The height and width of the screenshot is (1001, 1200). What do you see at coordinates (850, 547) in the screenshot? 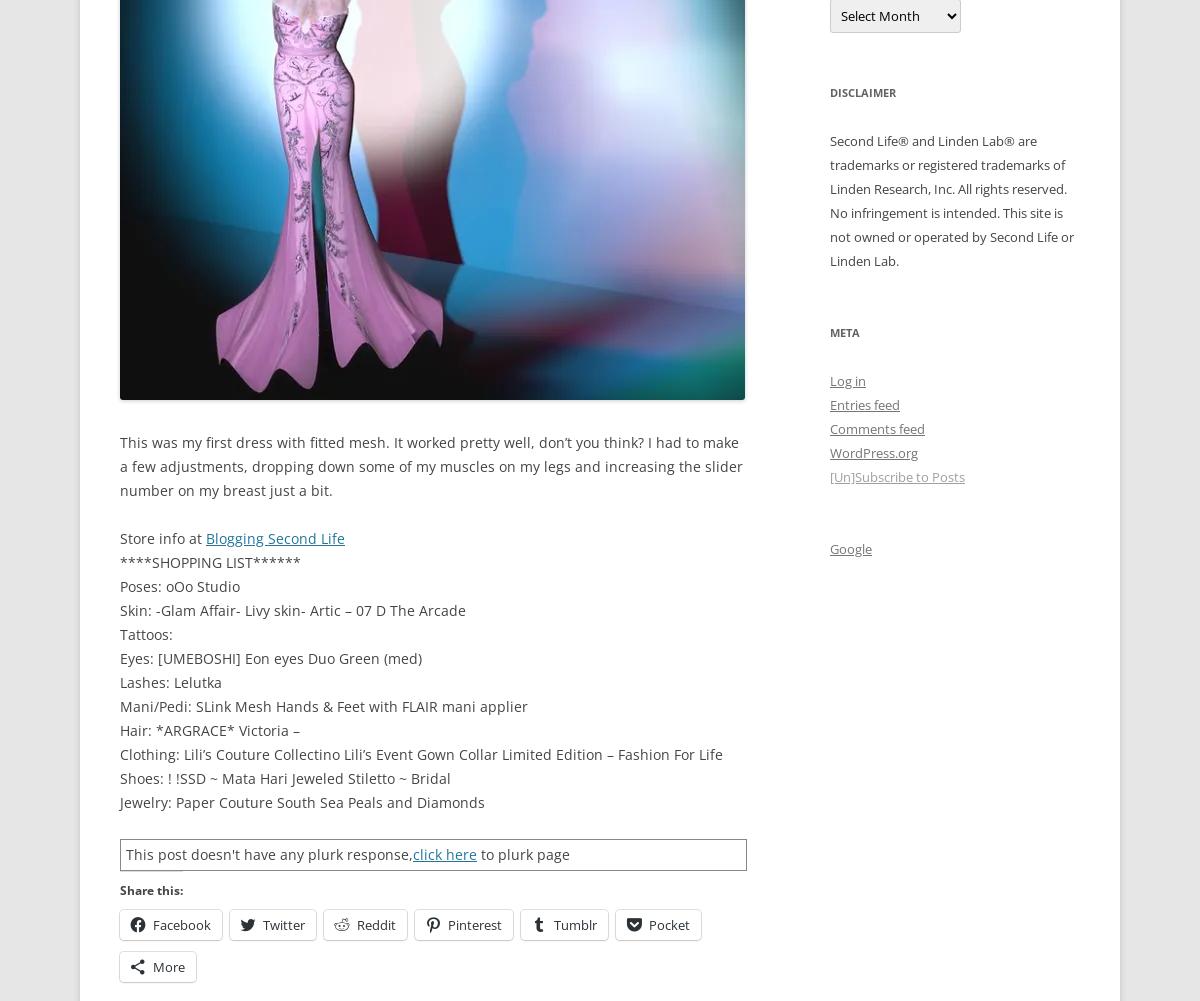
I see `'Google'` at bounding box center [850, 547].